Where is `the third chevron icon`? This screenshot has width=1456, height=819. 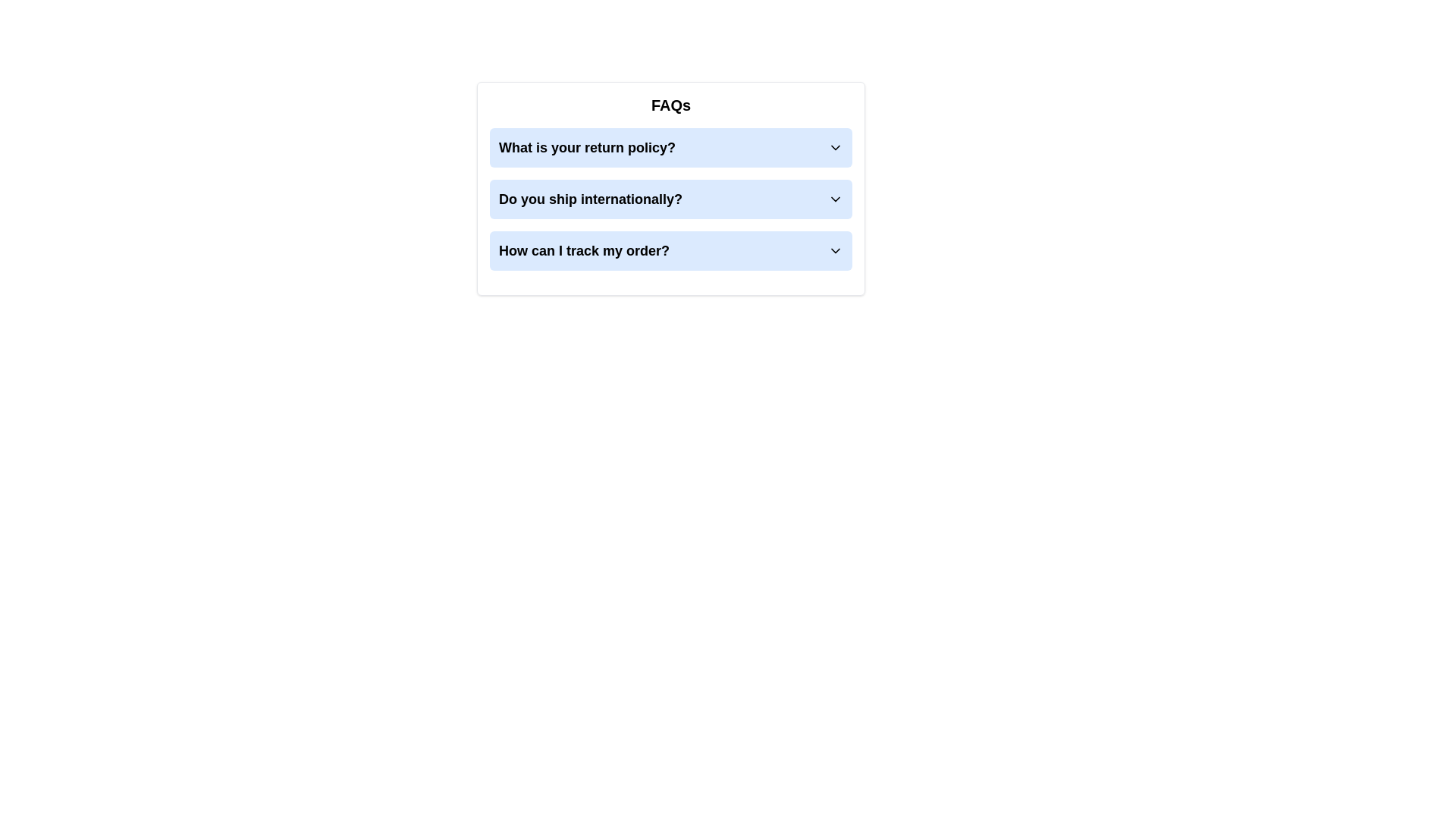
the third chevron icon is located at coordinates (835, 250).